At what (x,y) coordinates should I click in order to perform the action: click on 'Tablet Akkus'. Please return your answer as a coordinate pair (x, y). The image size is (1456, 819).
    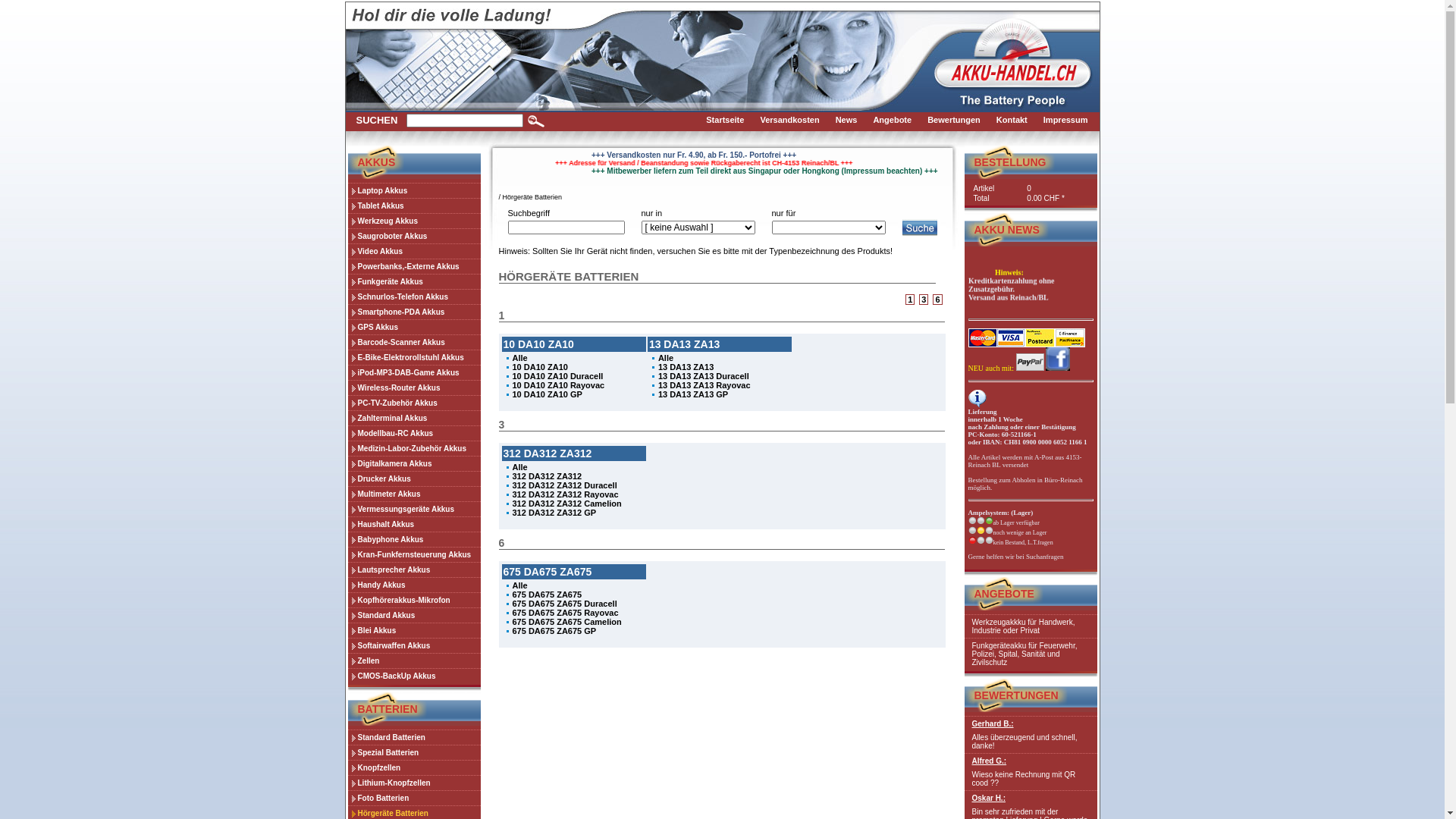
    Looking at the image, I should click on (413, 205).